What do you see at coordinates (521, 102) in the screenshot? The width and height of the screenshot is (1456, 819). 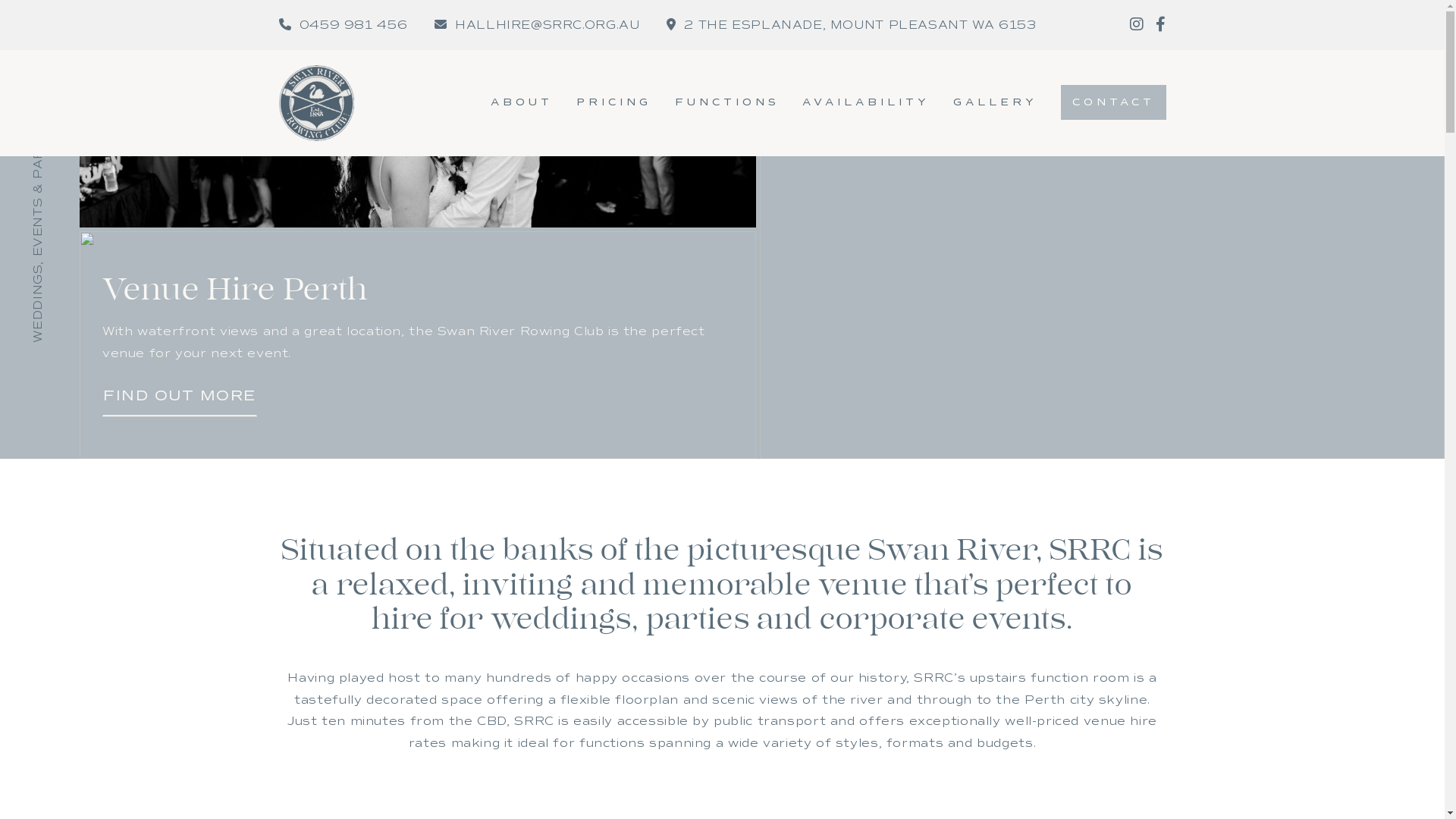 I see `'ABOUT'` at bounding box center [521, 102].